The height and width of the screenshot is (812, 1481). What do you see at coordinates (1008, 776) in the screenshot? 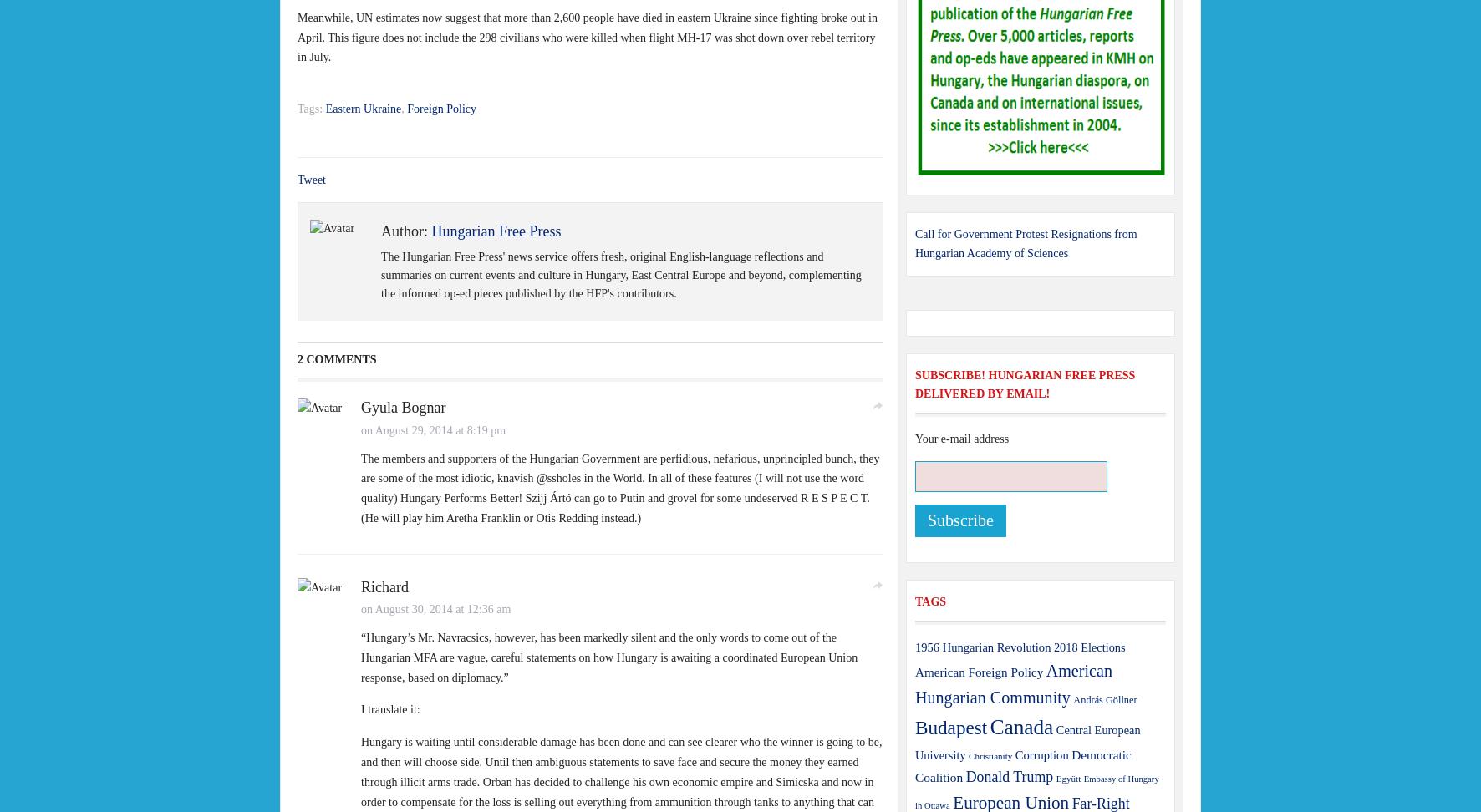
I see `'Donald Trump'` at bounding box center [1008, 776].